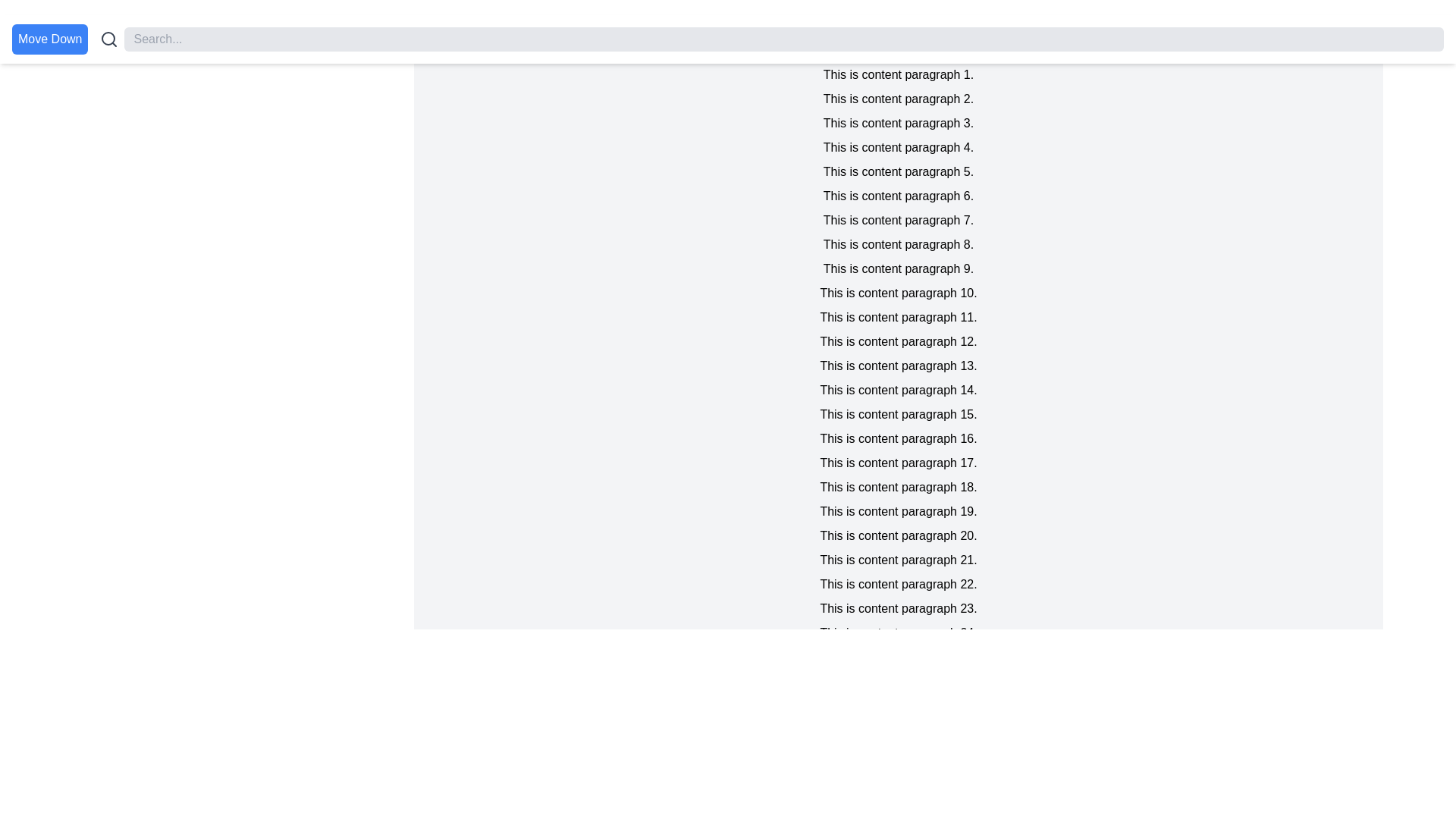 The height and width of the screenshot is (819, 1456). Describe the element at coordinates (899, 99) in the screenshot. I see `the second paragraph located beneath 'This is content paragraph 1.' in the content section` at that location.